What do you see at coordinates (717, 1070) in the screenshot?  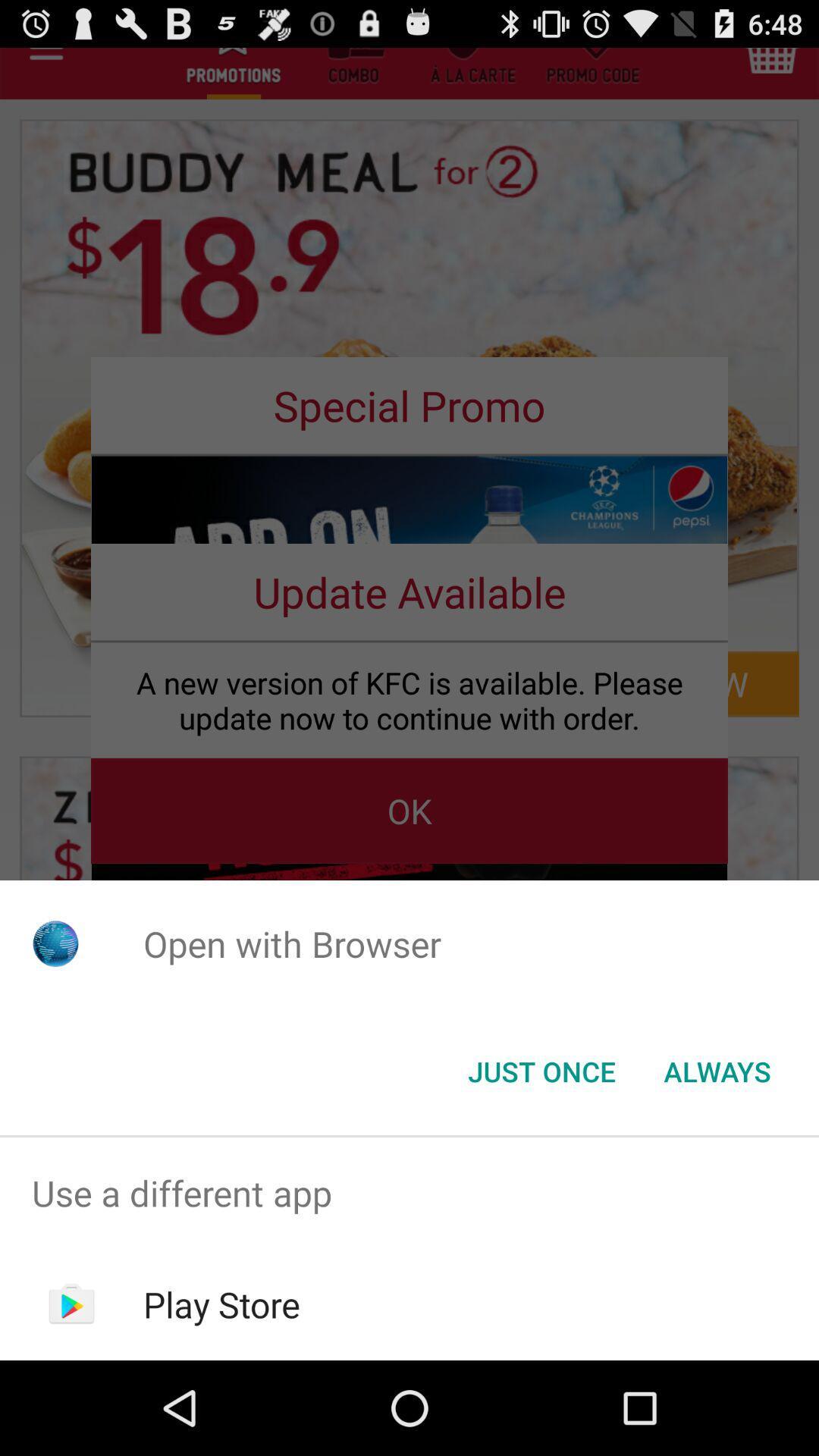 I see `the button to the right of the just once` at bounding box center [717, 1070].